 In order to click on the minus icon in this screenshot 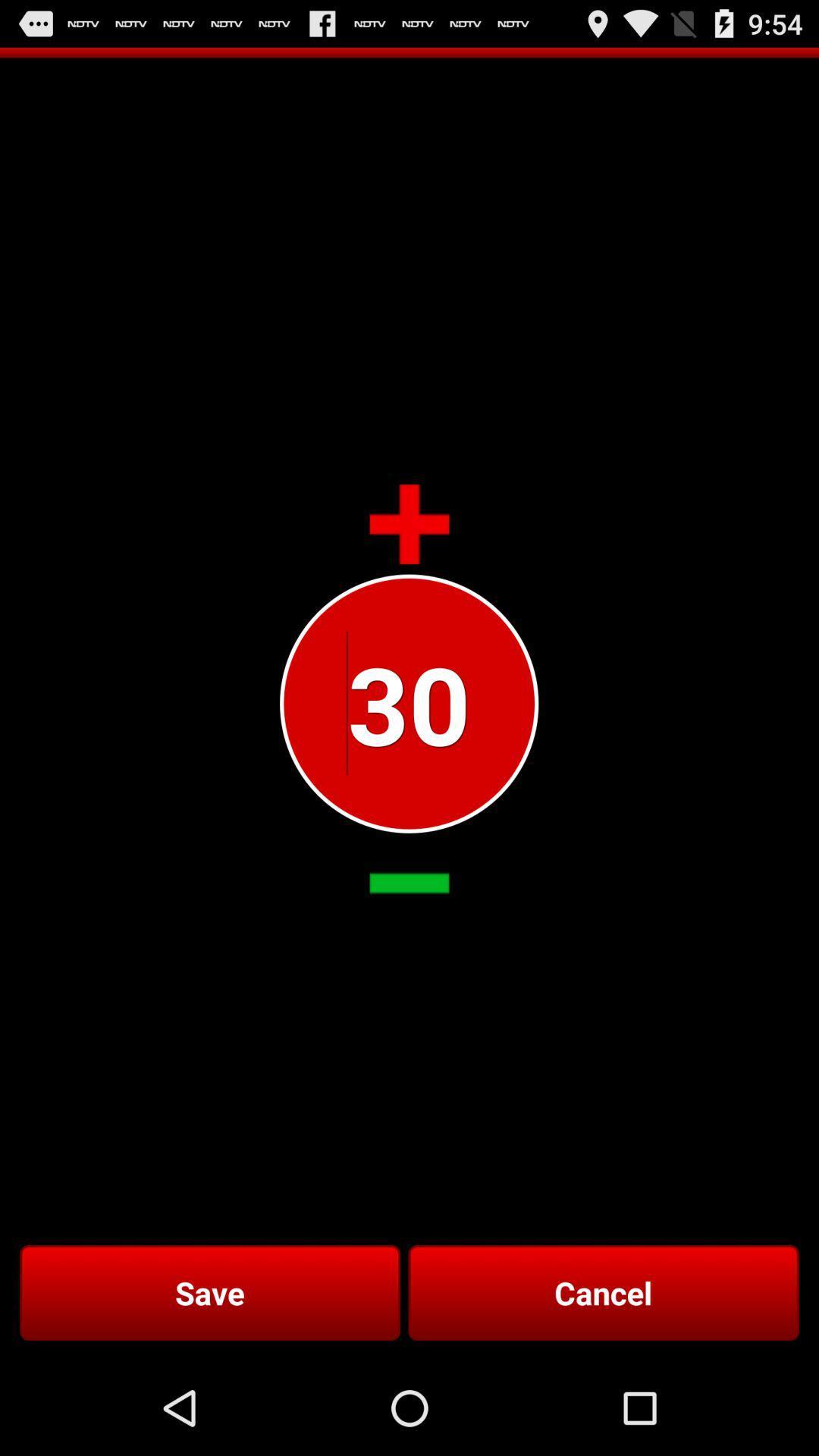, I will do `click(409, 944)`.